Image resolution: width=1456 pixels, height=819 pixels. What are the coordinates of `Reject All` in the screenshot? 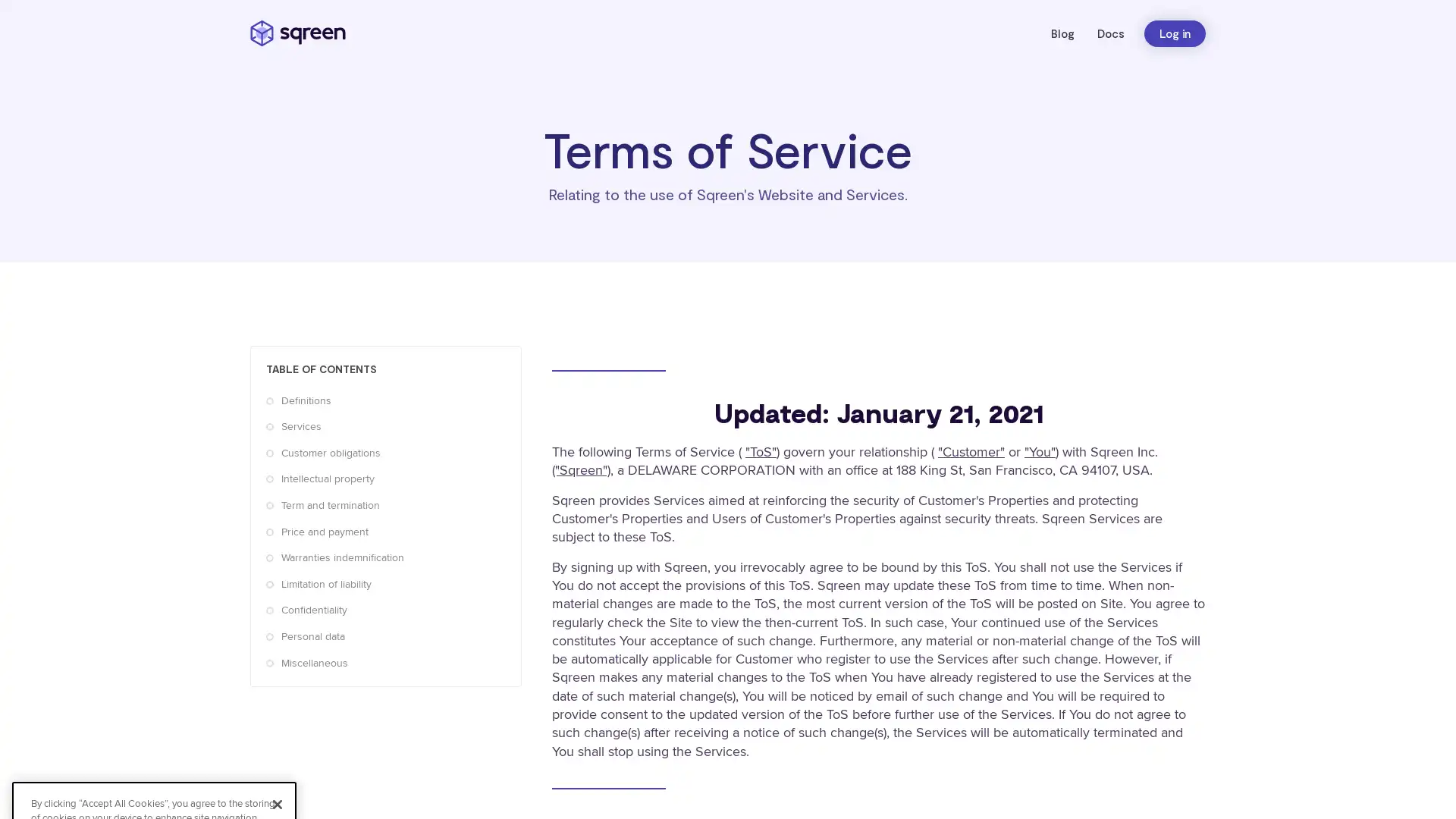 It's located at (154, 762).